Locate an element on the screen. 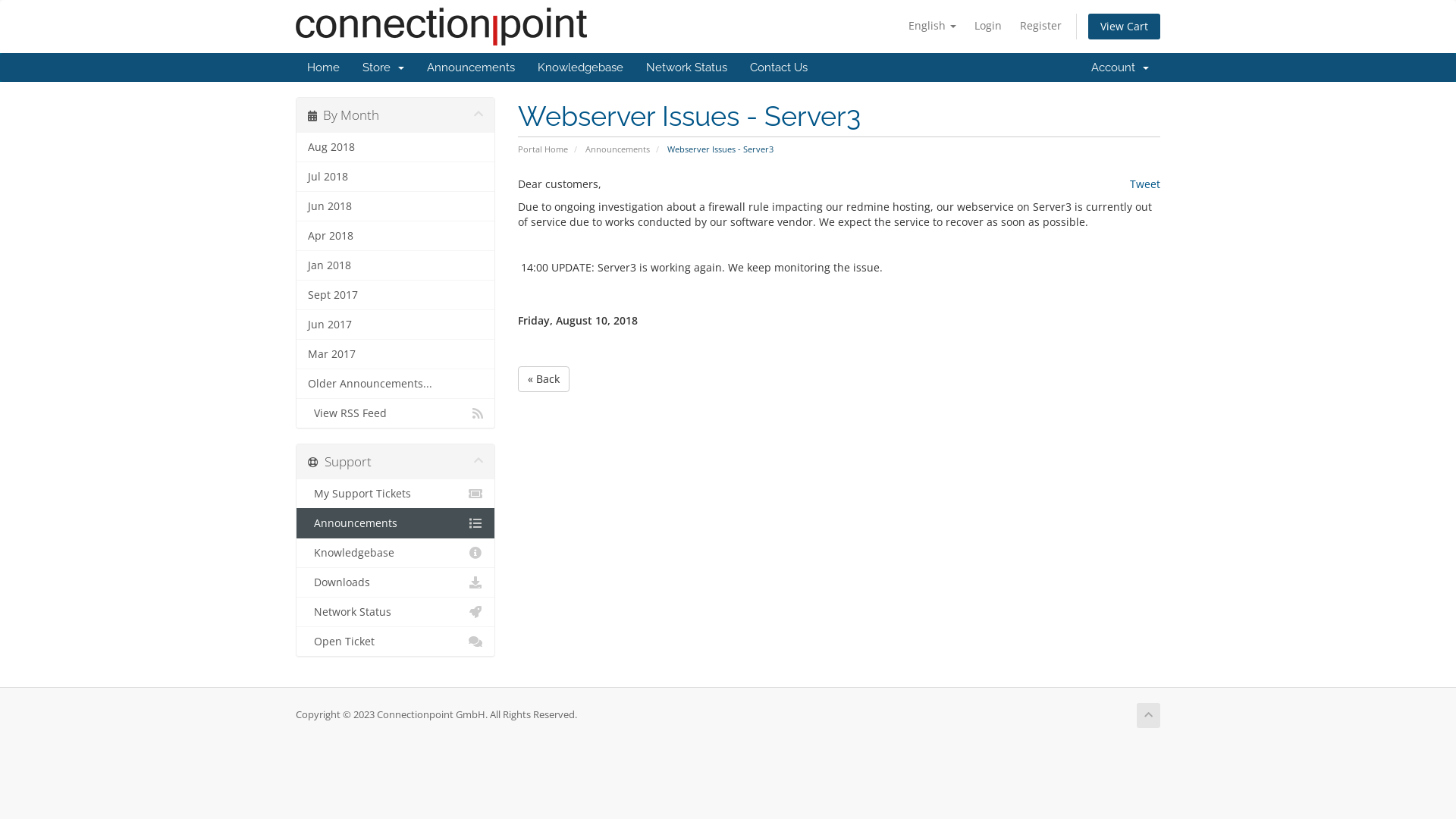 Image resolution: width=1456 pixels, height=819 pixels. 'English' is located at coordinates (931, 26).